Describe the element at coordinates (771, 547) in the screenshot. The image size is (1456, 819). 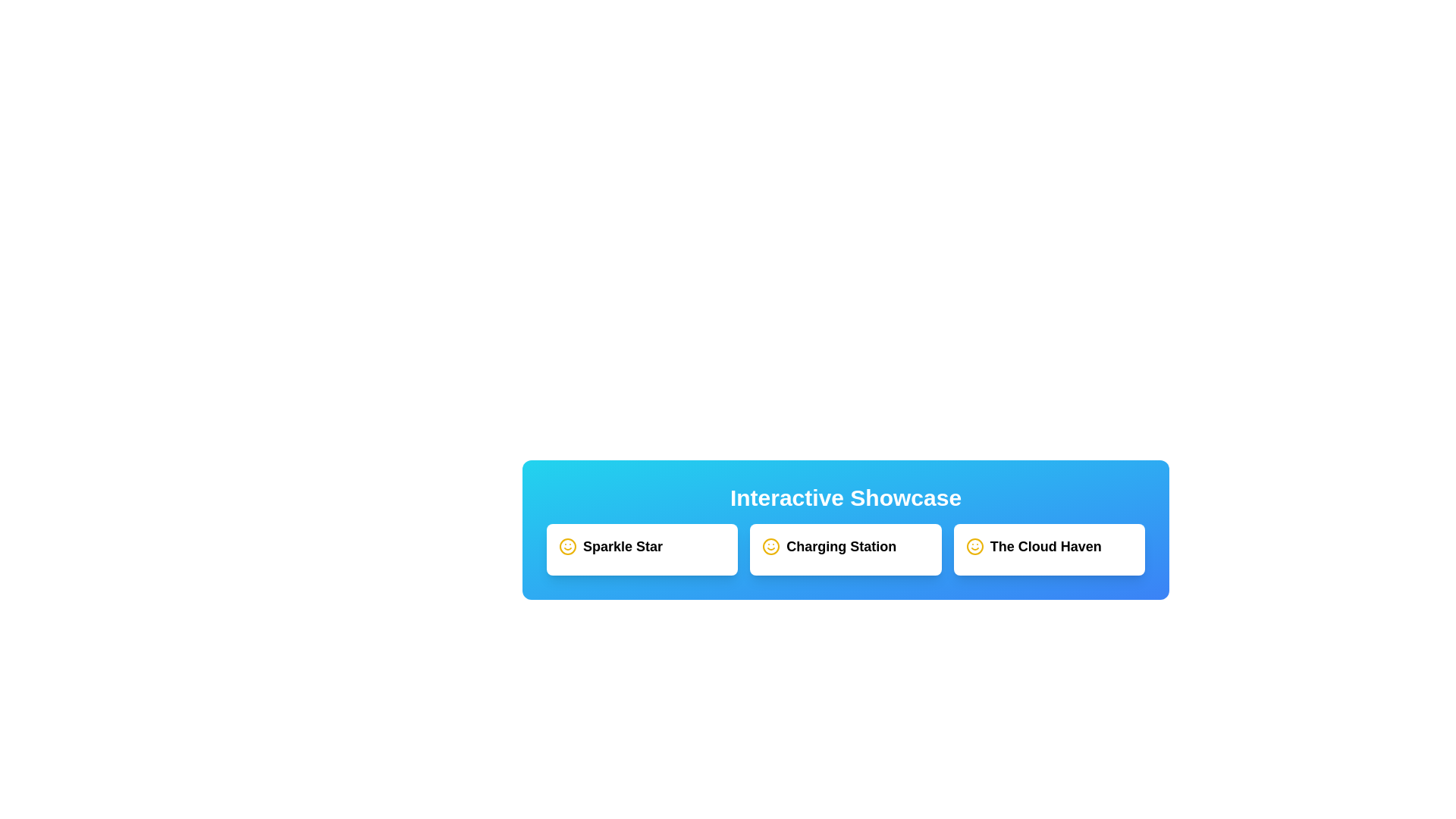
I see `the Decorative Circle, which is the outer boundary of the smiley face icon within the 'Charging Station' card of the 'Interactive Showcase.'` at that location.